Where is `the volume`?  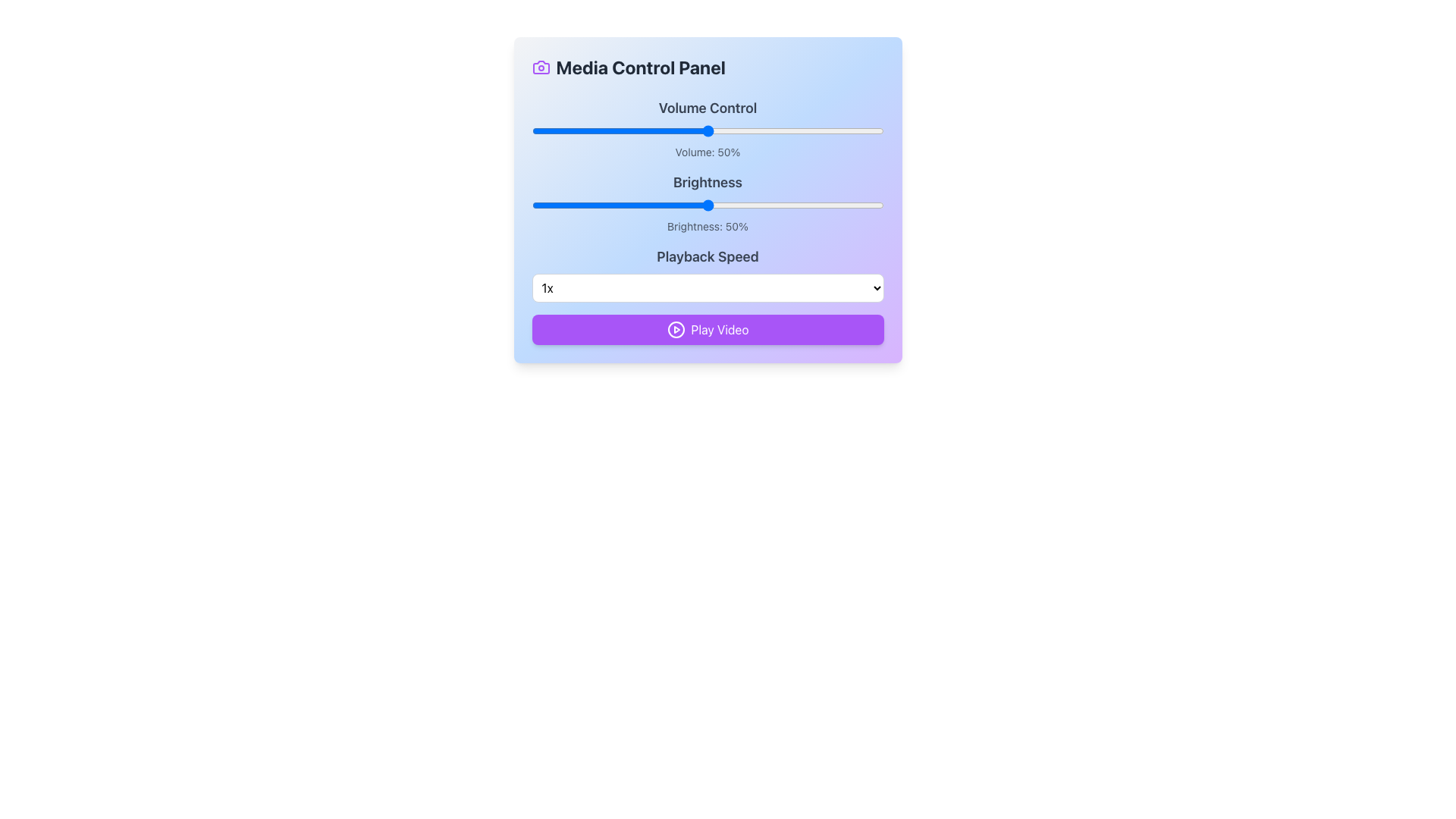 the volume is located at coordinates (566, 130).